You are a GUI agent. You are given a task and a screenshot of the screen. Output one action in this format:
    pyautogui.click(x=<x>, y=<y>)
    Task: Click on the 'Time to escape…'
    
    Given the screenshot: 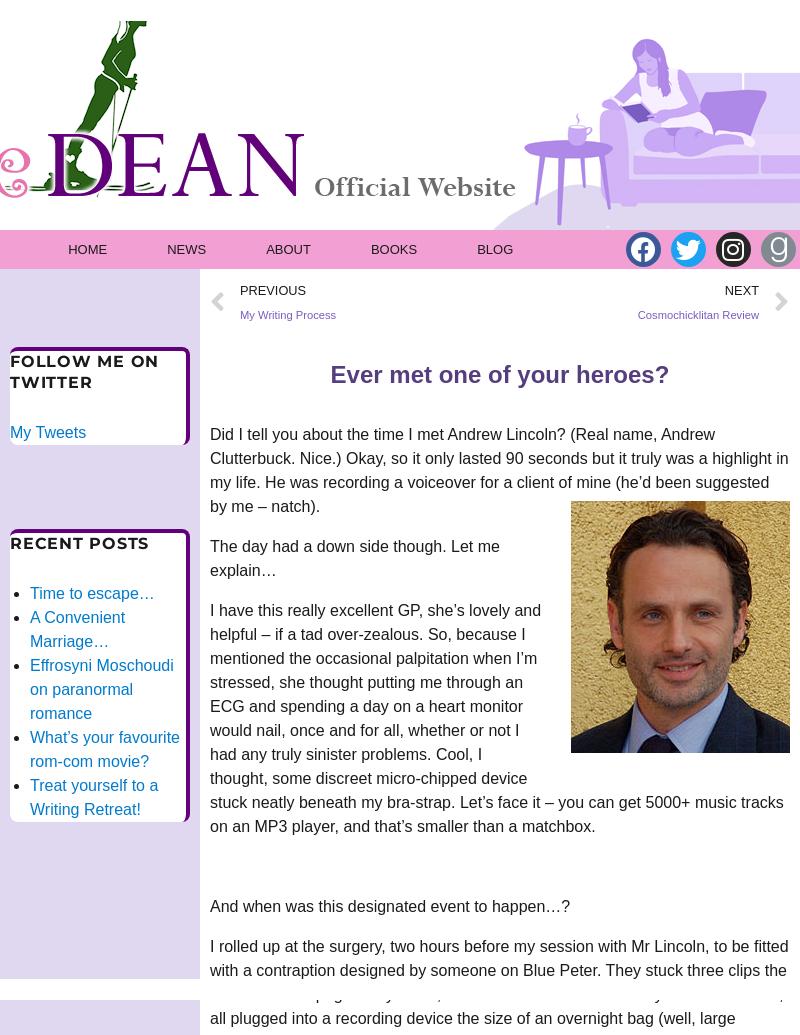 What is the action you would take?
    pyautogui.click(x=92, y=592)
    